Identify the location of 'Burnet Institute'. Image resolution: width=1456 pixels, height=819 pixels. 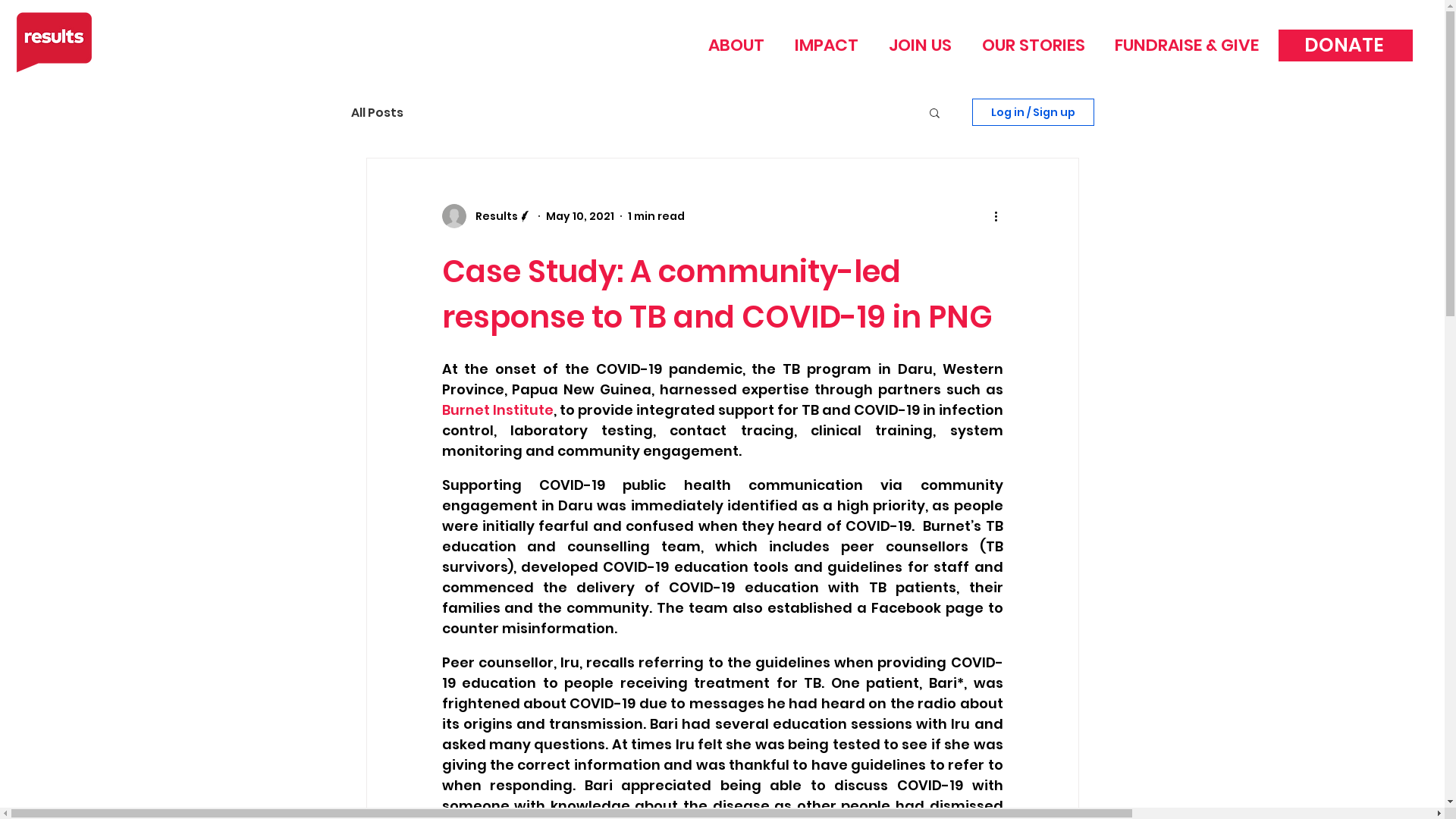
(497, 409).